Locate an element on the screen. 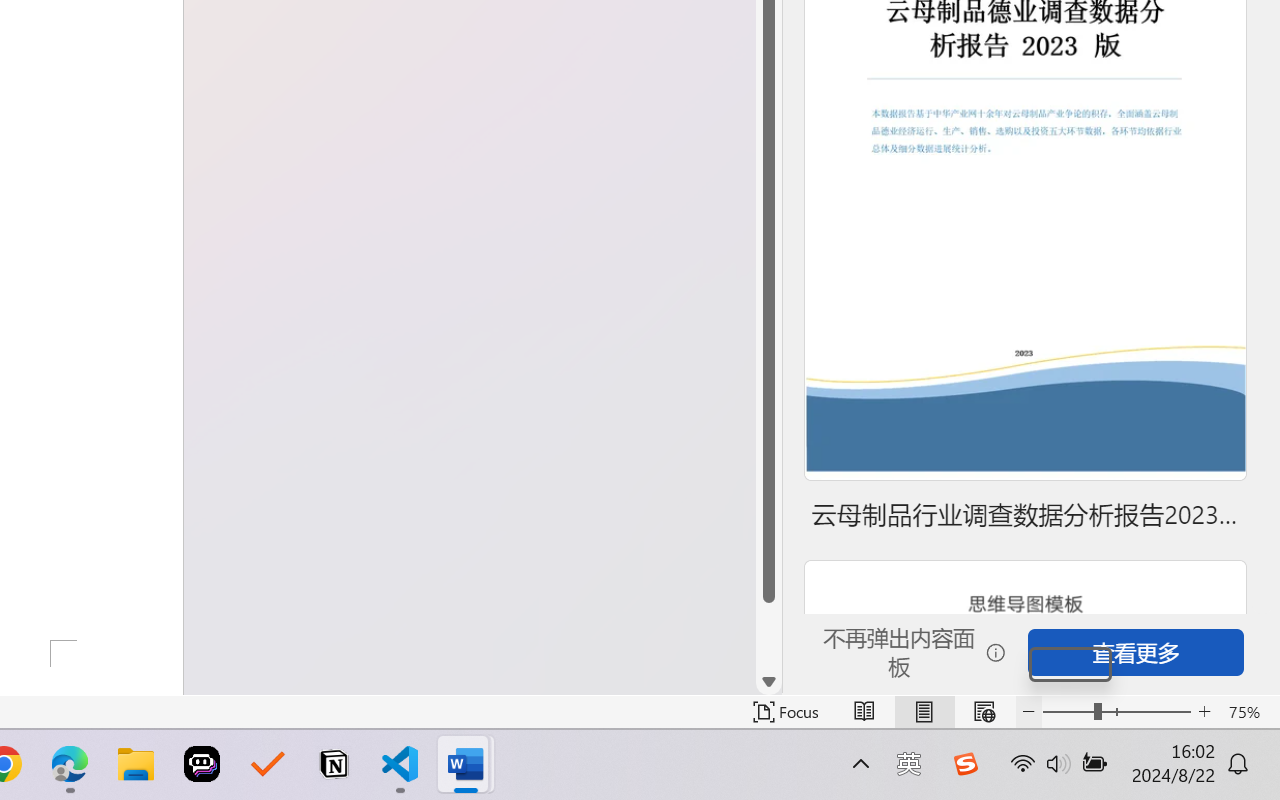 The width and height of the screenshot is (1280, 800). 'Zoom Out' is located at coordinates (1067, 711).